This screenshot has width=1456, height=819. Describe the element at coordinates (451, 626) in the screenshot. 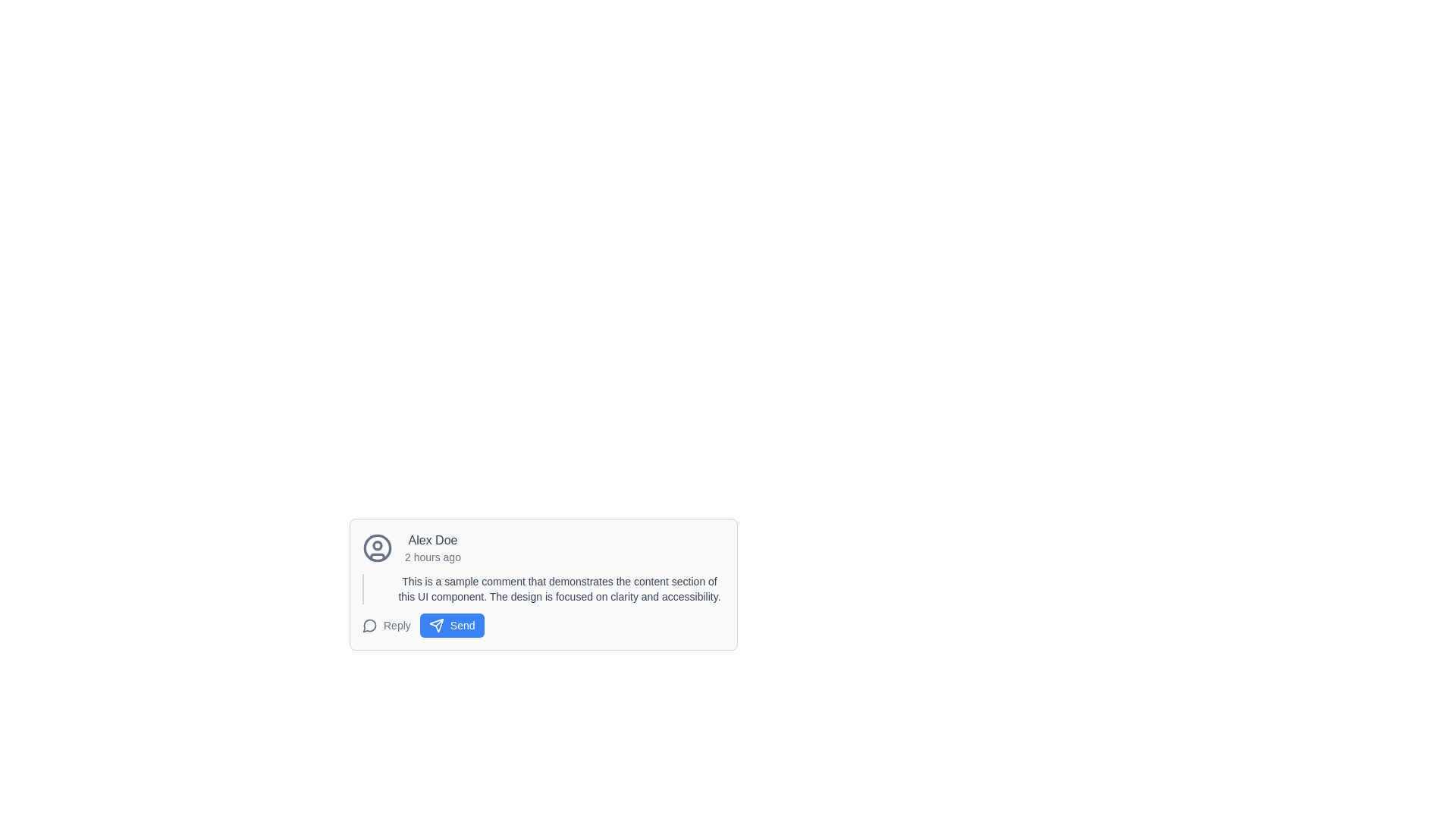

I see `the send button located below the comment box, which is the second button in the row of interactive elements` at that location.